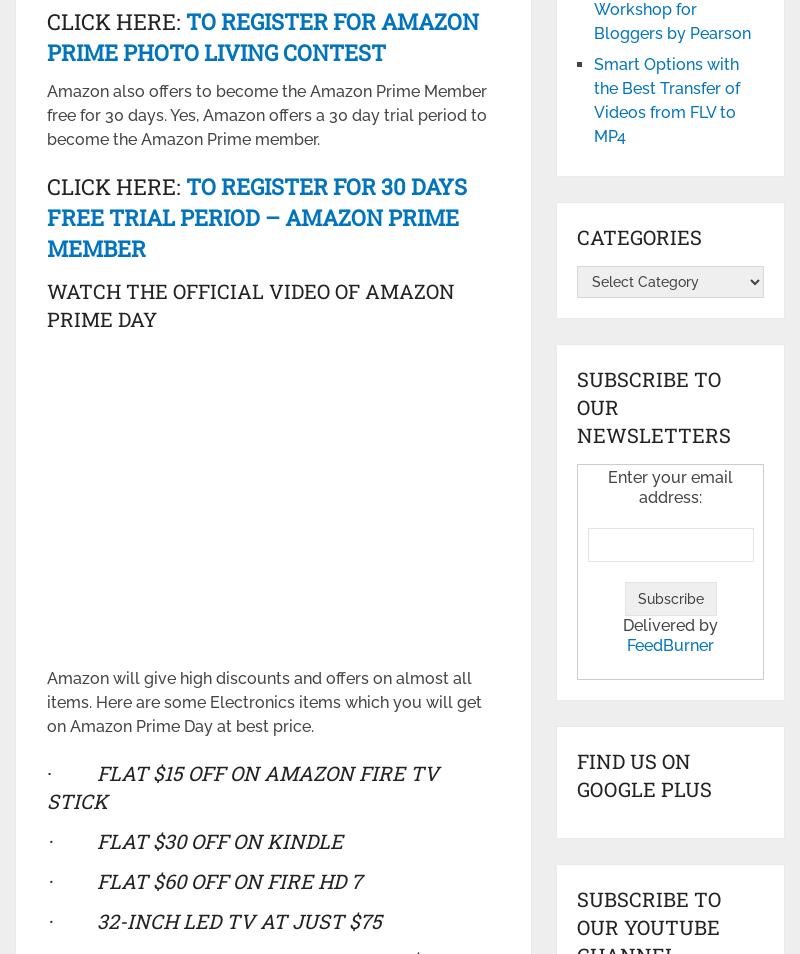  I want to click on 'To Register for 30 days free Trial Period – Amazon Prime Member', so click(45, 216).